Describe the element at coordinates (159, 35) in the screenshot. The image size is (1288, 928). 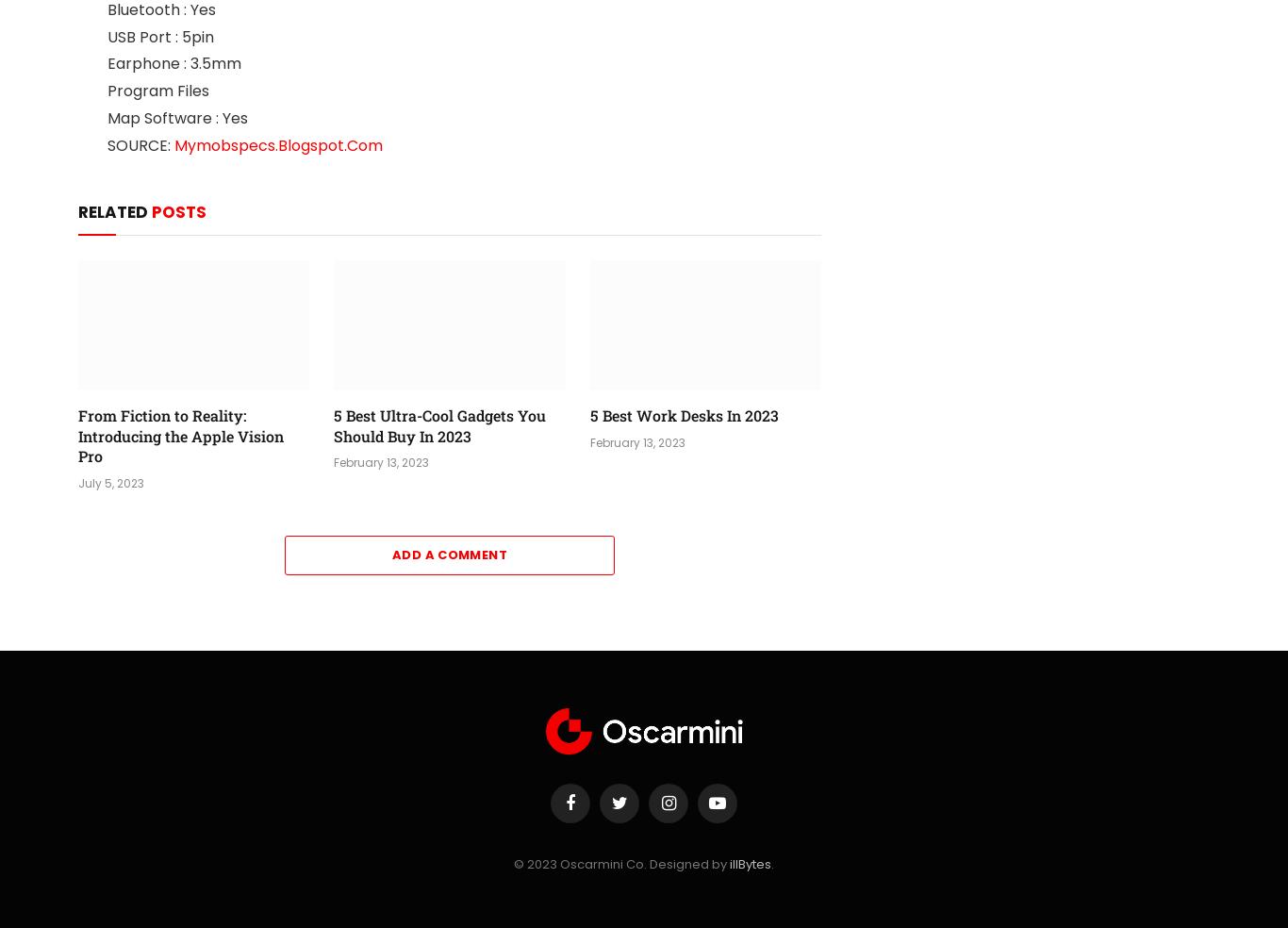
I see `'USB Port : 5pin'` at that location.